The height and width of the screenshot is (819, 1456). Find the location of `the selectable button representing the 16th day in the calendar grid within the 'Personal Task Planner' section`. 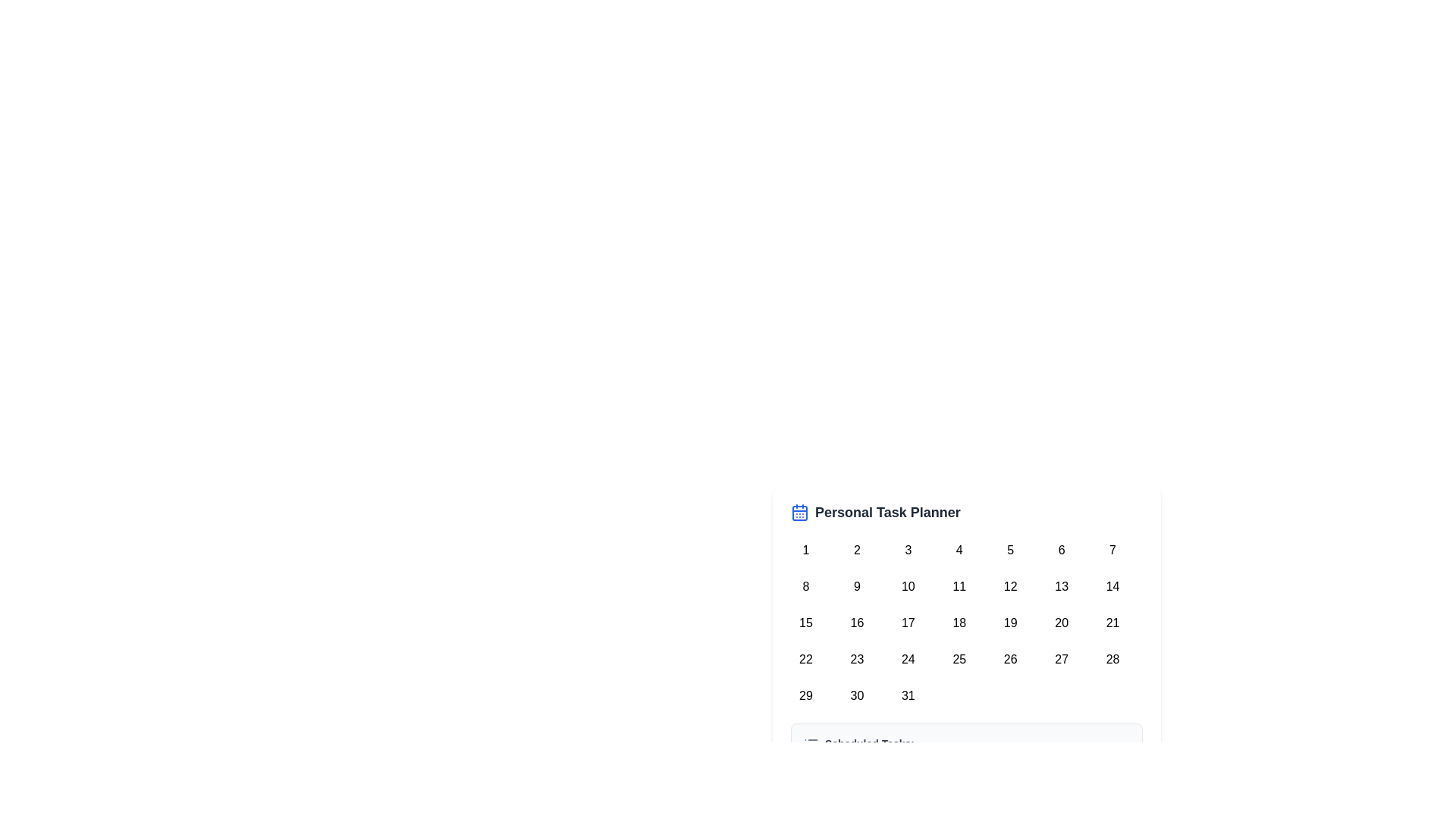

the selectable button representing the 16th day in the calendar grid within the 'Personal Task Planner' section is located at coordinates (857, 623).